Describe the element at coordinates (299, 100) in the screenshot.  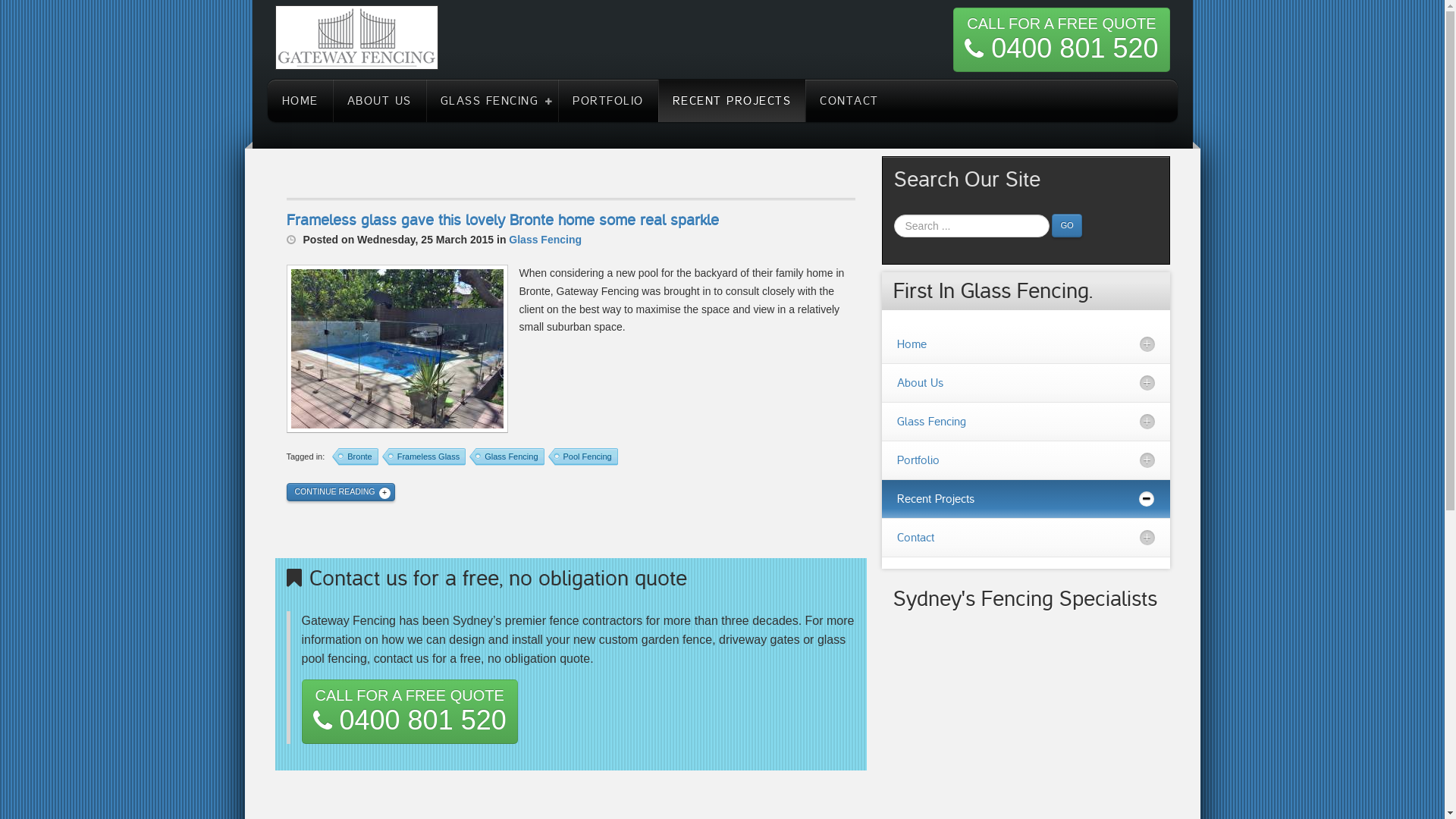
I see `'HOME'` at that location.